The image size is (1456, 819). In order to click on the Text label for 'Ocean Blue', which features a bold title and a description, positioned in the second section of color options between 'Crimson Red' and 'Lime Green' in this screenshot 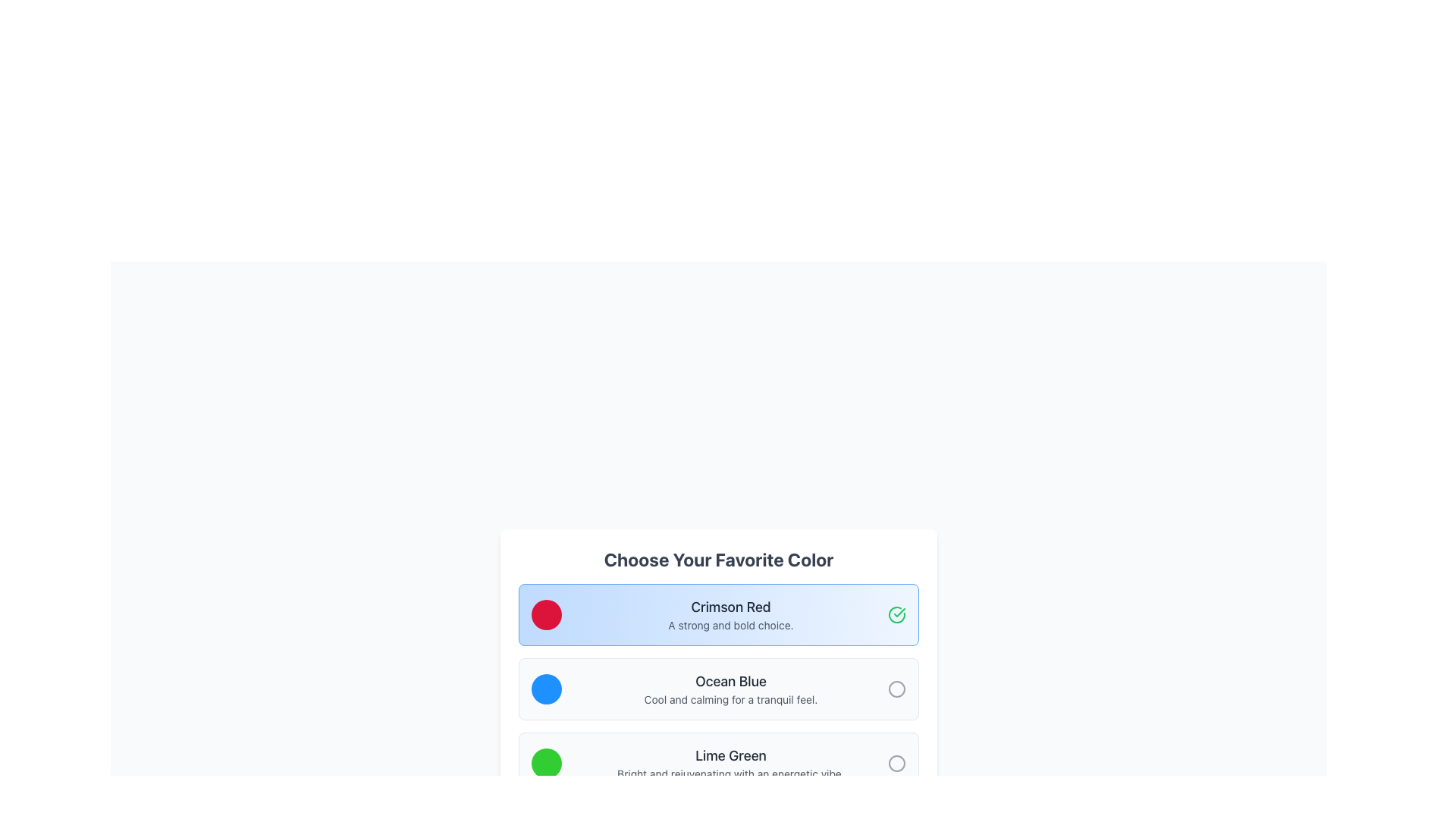, I will do `click(731, 689)`.